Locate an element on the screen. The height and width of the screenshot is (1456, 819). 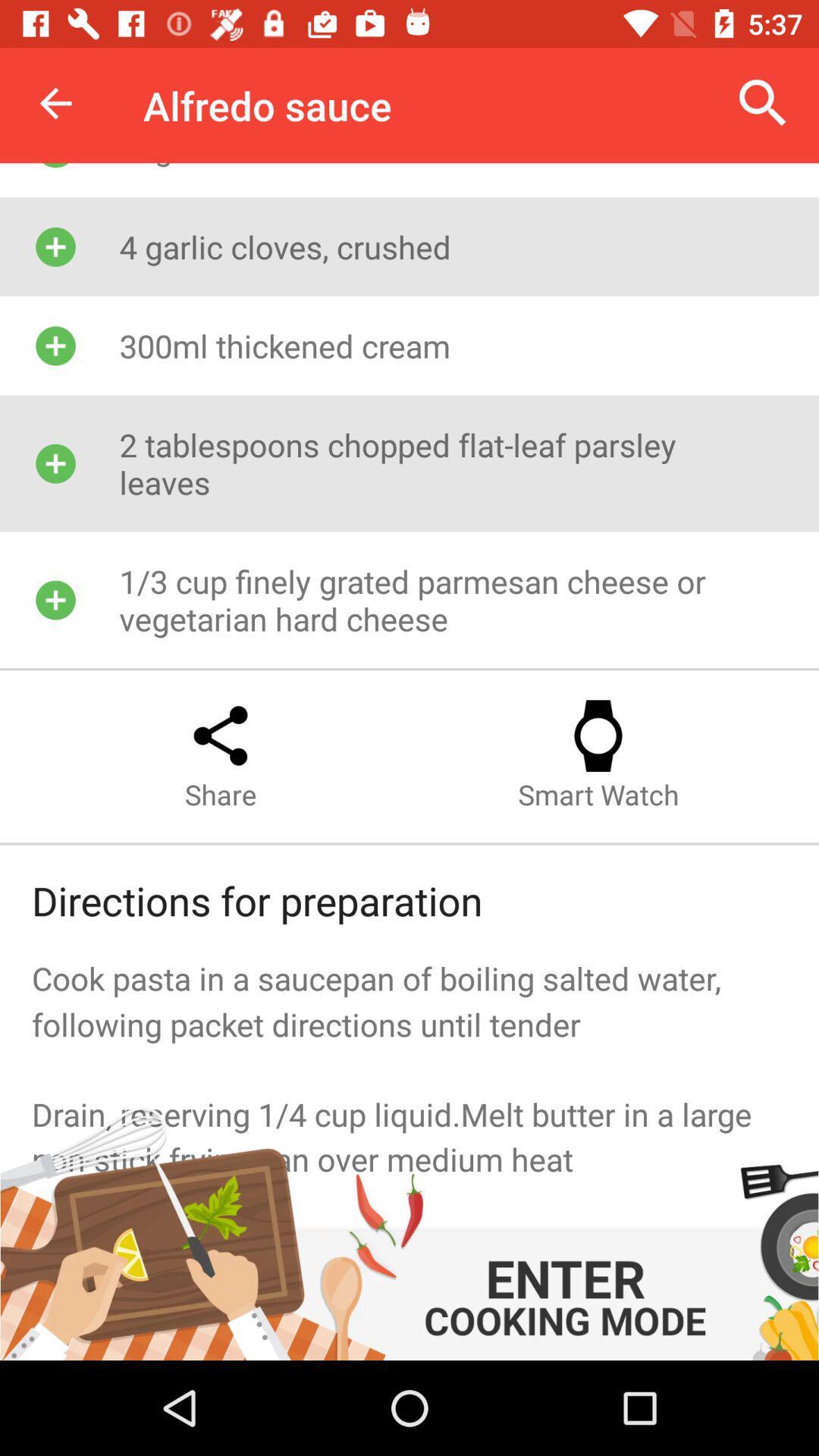
the icon at the top right corner is located at coordinates (763, 102).